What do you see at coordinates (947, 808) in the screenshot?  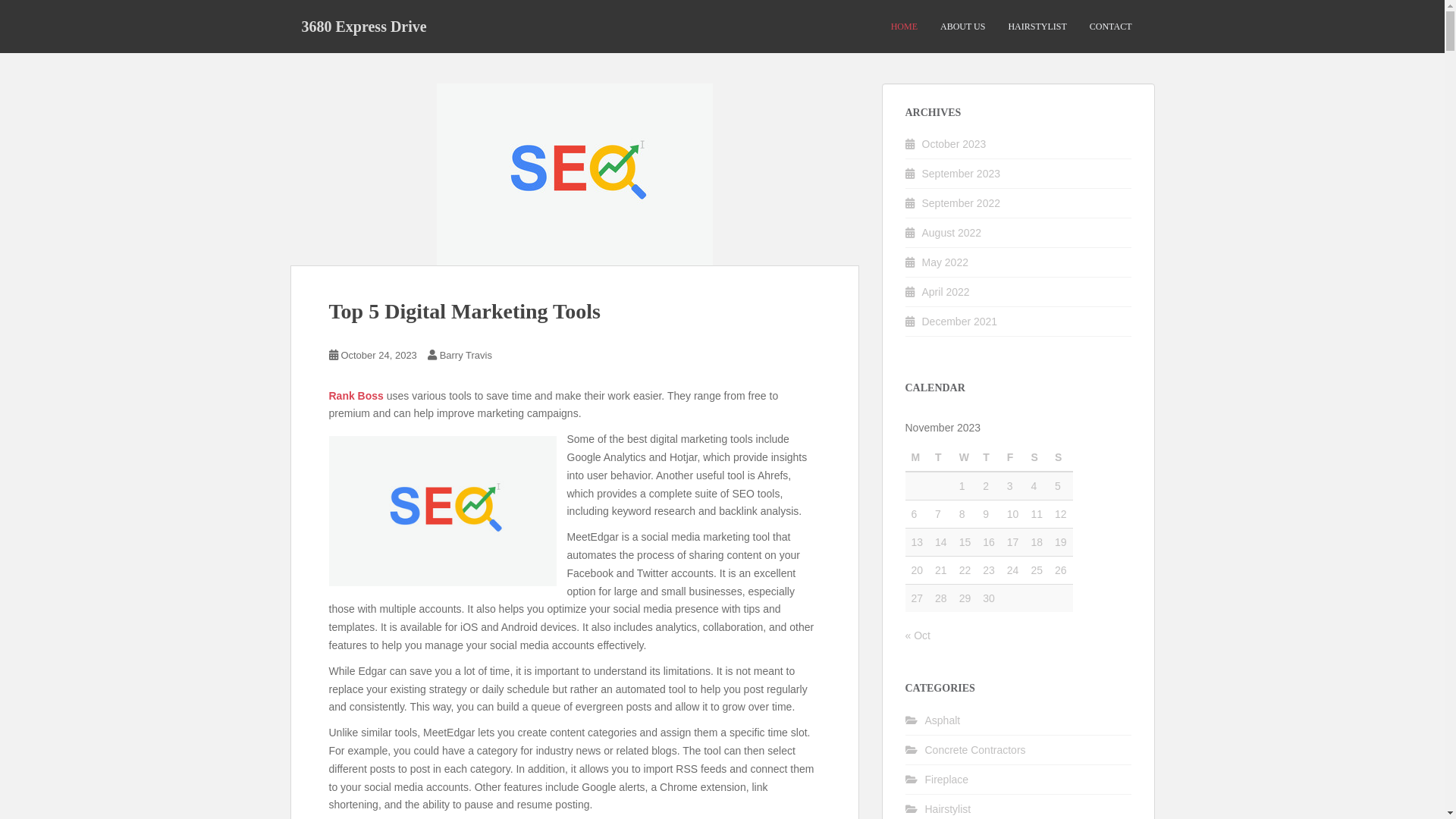 I see `'Hairstylist'` at bounding box center [947, 808].